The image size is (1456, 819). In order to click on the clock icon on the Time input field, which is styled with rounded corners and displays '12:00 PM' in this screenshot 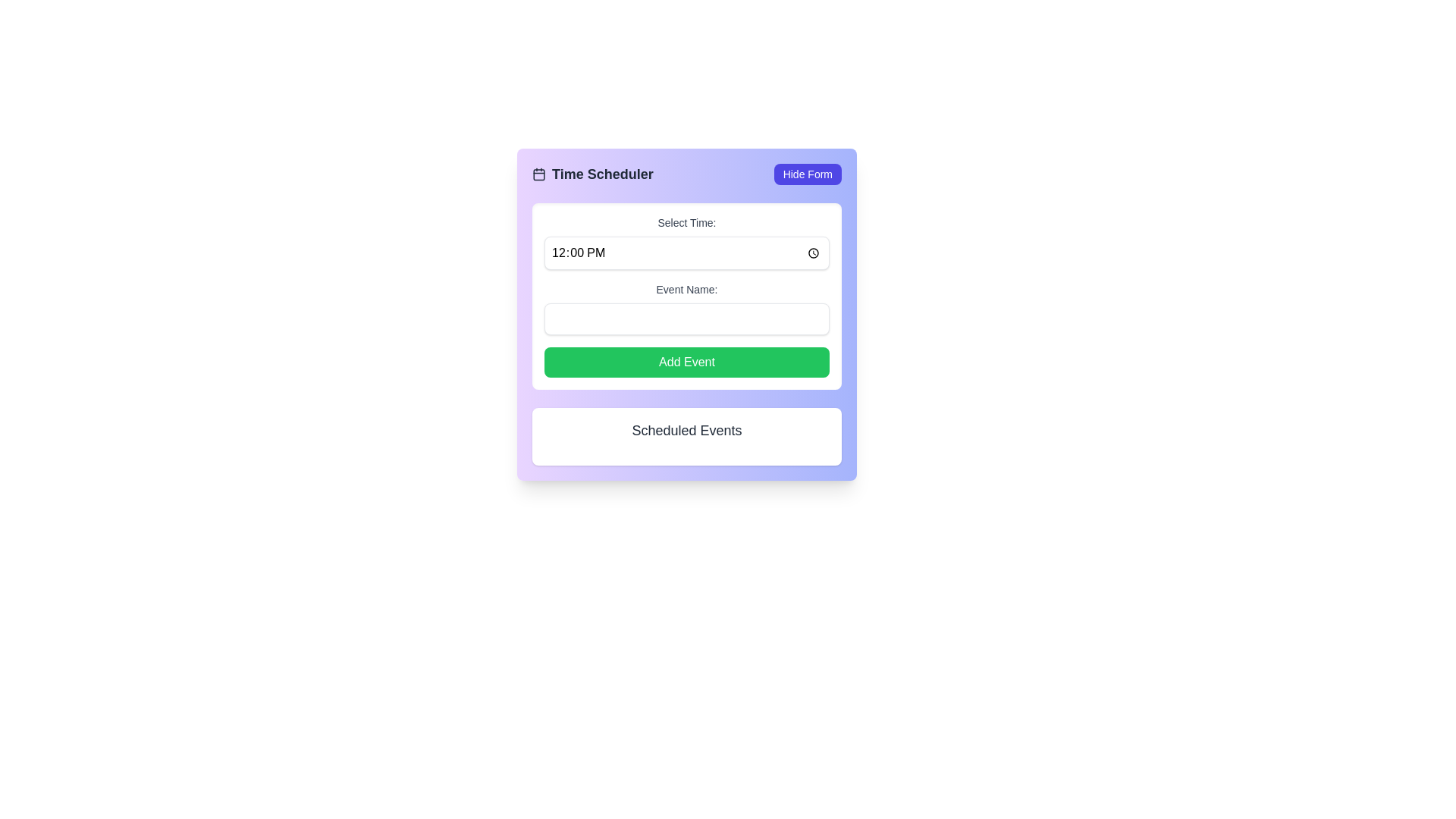, I will do `click(686, 253)`.